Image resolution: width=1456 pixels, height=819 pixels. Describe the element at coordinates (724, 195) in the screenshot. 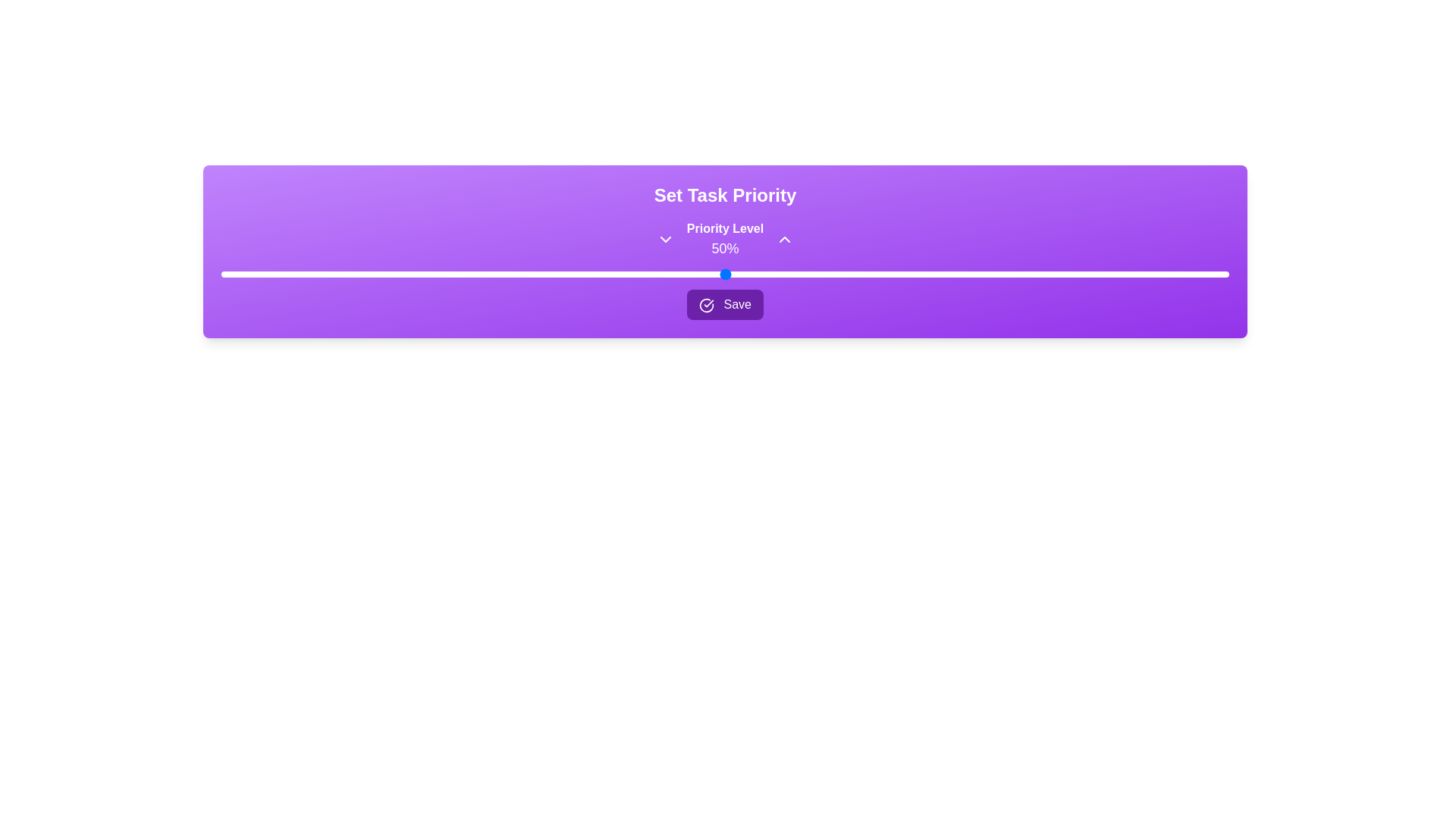

I see `the text label that serves as the title for the task priority setting module, located at the top-center of the section` at that location.